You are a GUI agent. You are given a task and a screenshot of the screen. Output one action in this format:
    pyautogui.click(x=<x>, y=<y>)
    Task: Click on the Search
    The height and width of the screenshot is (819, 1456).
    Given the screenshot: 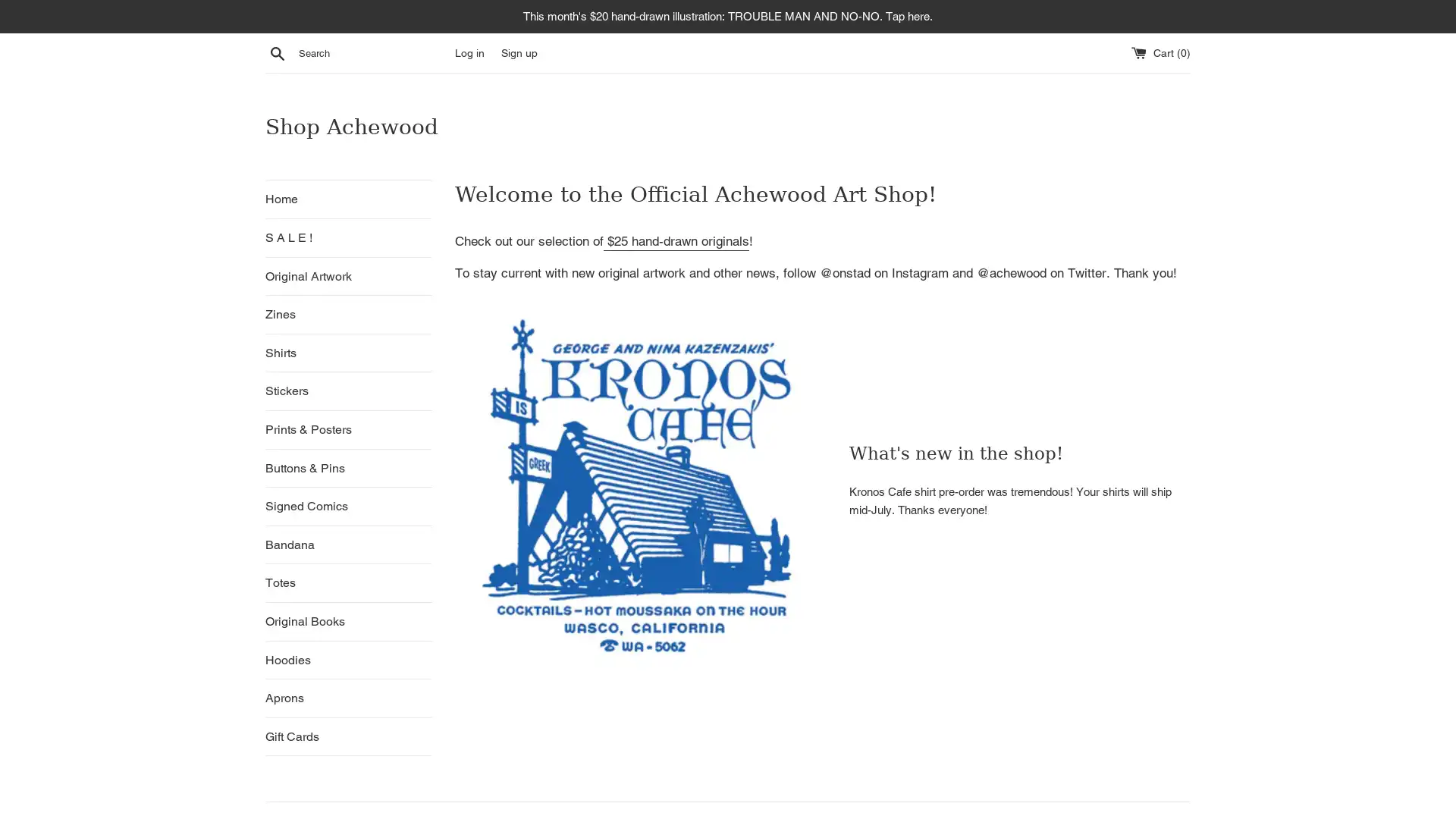 What is the action you would take?
    pyautogui.click(x=277, y=52)
    